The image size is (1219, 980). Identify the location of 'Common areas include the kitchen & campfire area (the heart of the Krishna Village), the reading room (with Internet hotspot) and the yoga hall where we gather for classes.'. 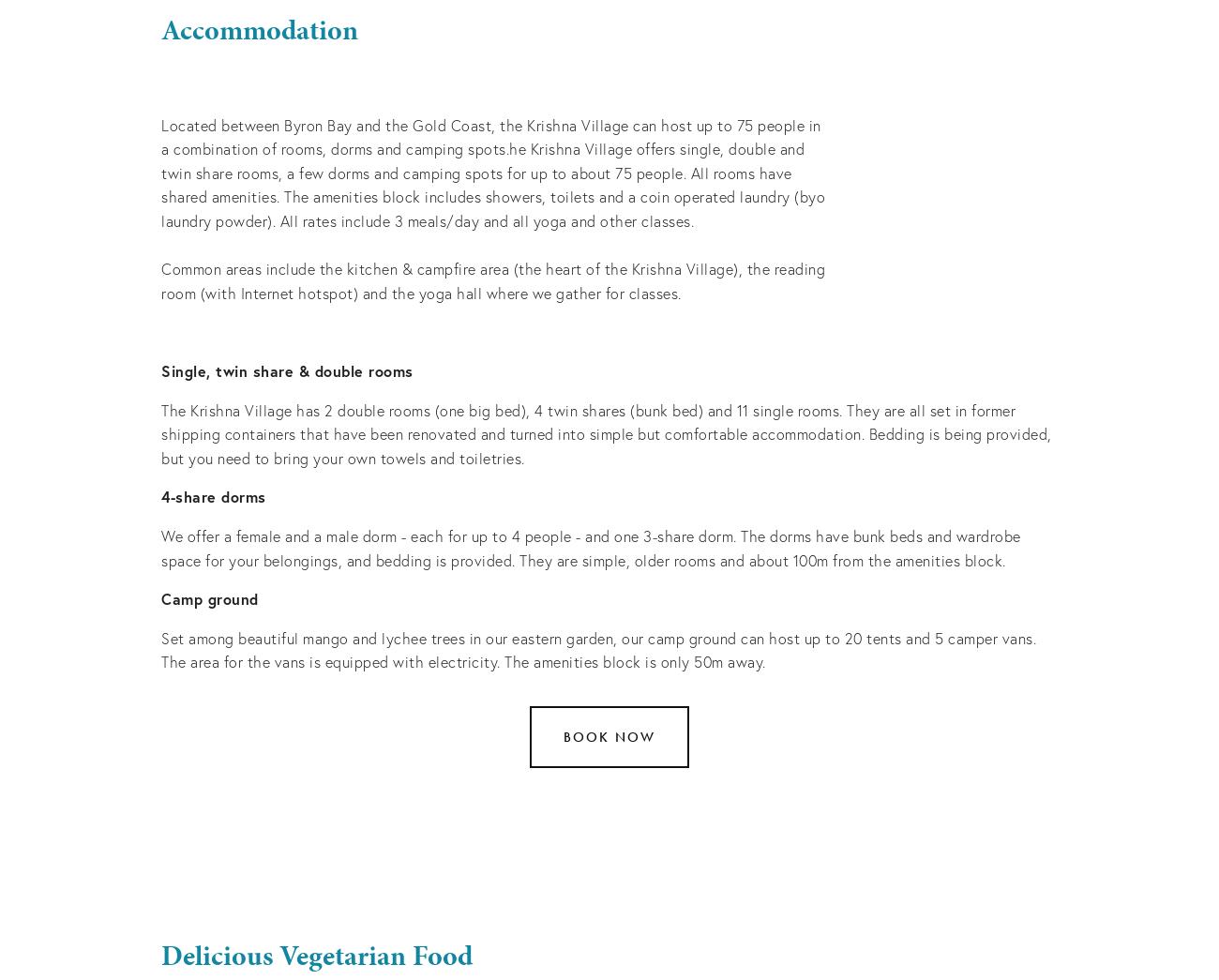
(495, 279).